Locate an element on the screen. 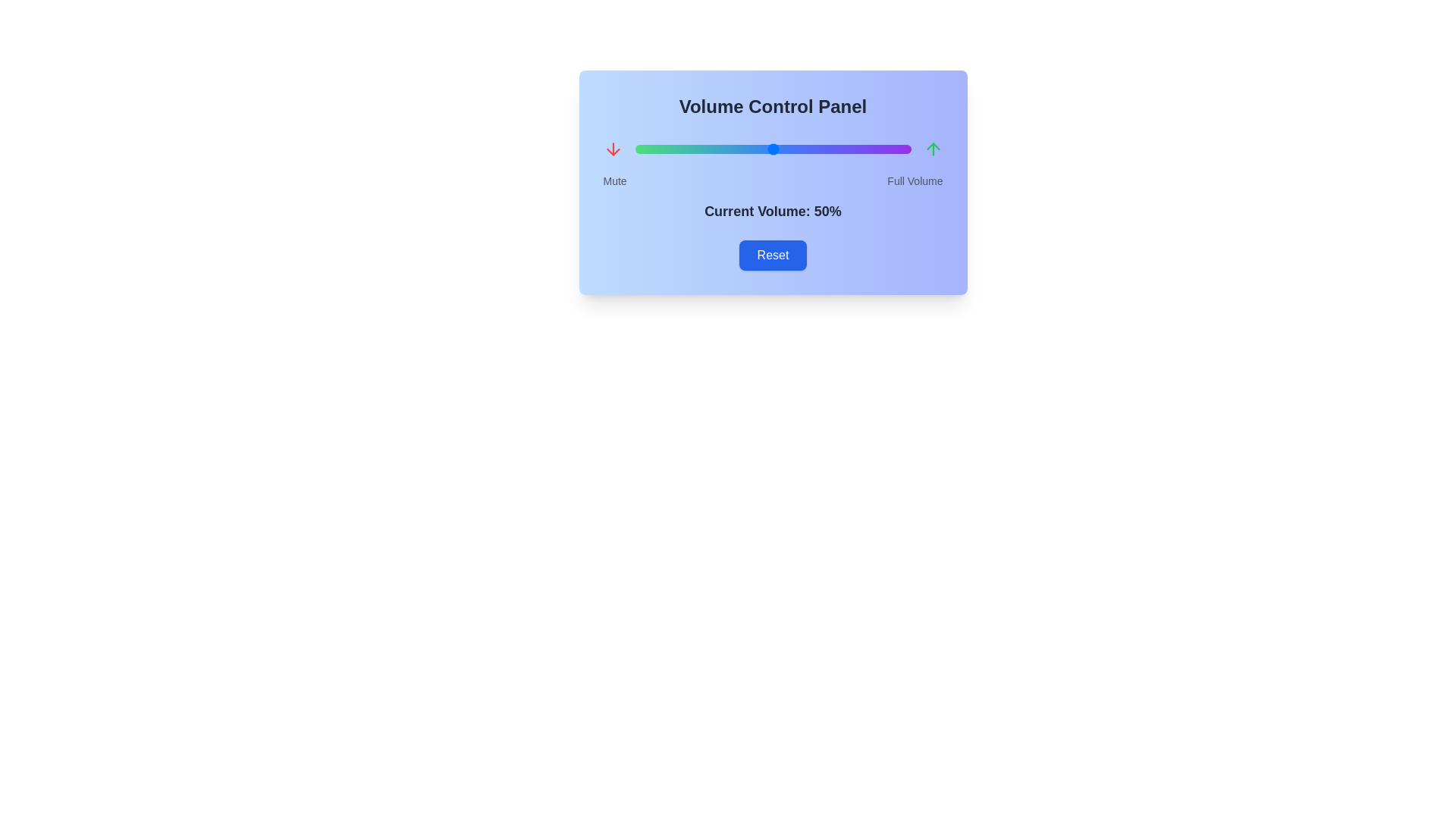 Image resolution: width=1456 pixels, height=819 pixels. the volume slider to set the volume to 58% is located at coordinates (794, 149).